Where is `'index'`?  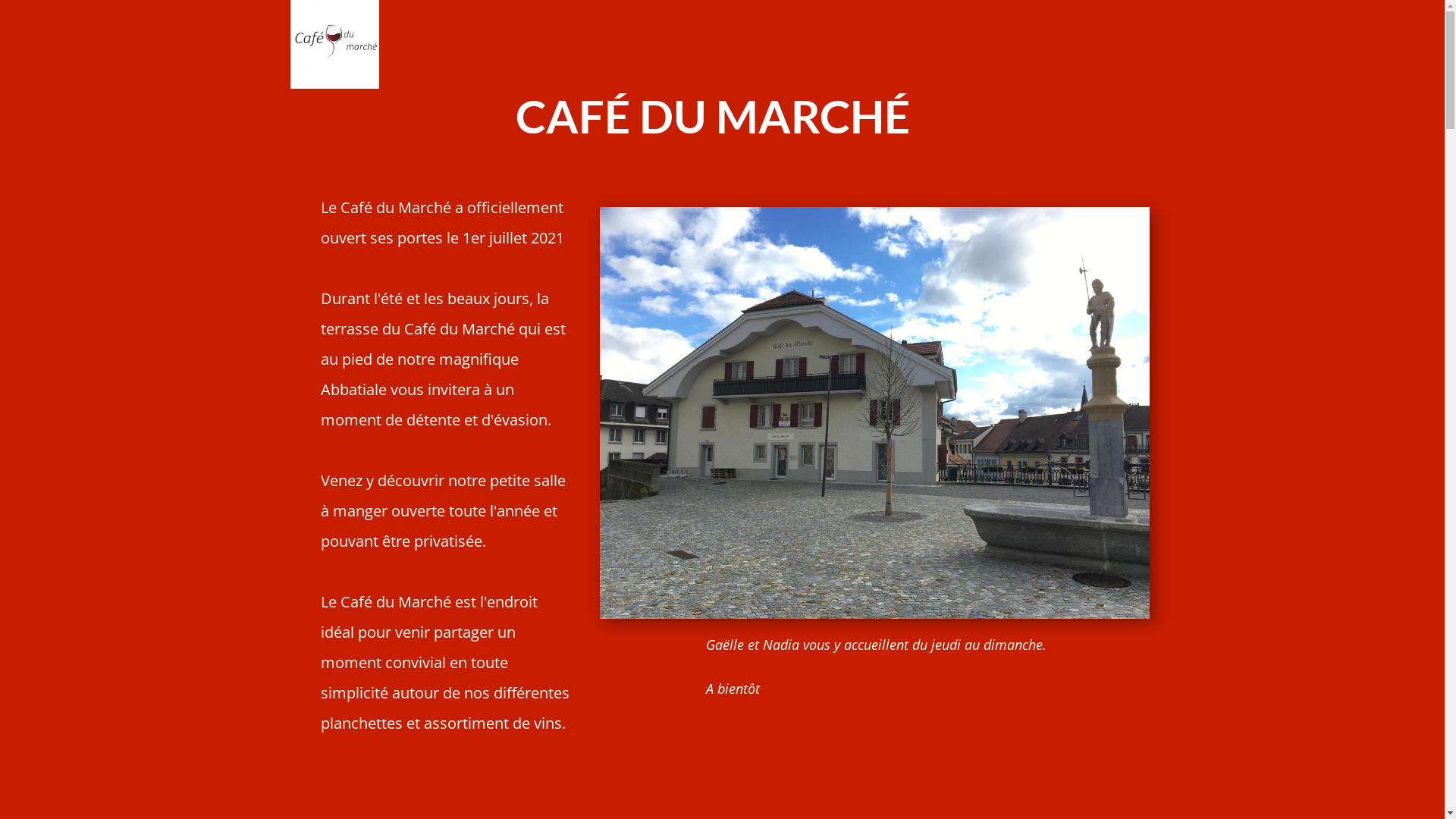
'index' is located at coordinates (333, 43).